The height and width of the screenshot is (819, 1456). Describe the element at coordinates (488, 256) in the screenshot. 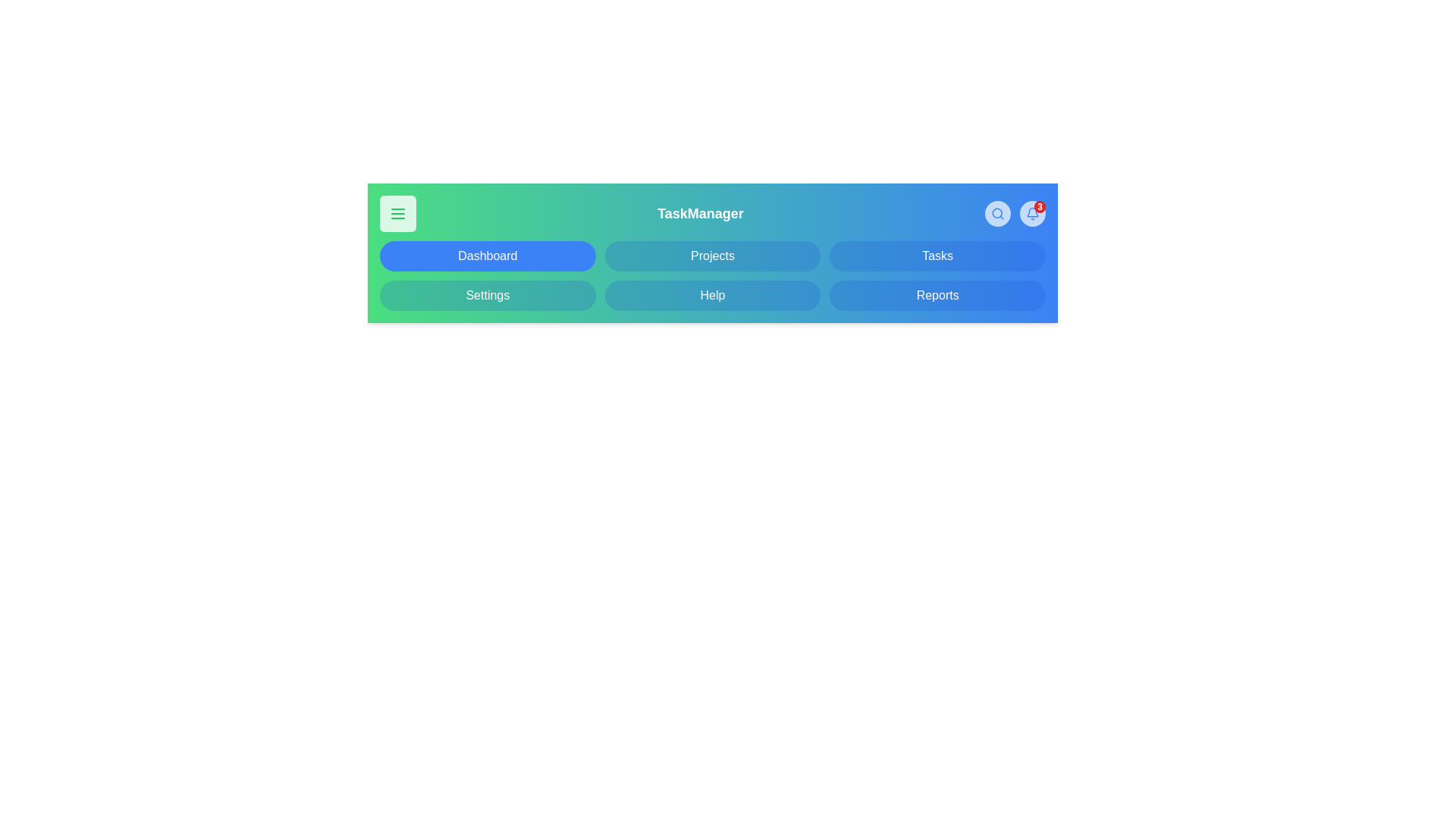

I see `the Dashboard tab to navigate to it` at that location.